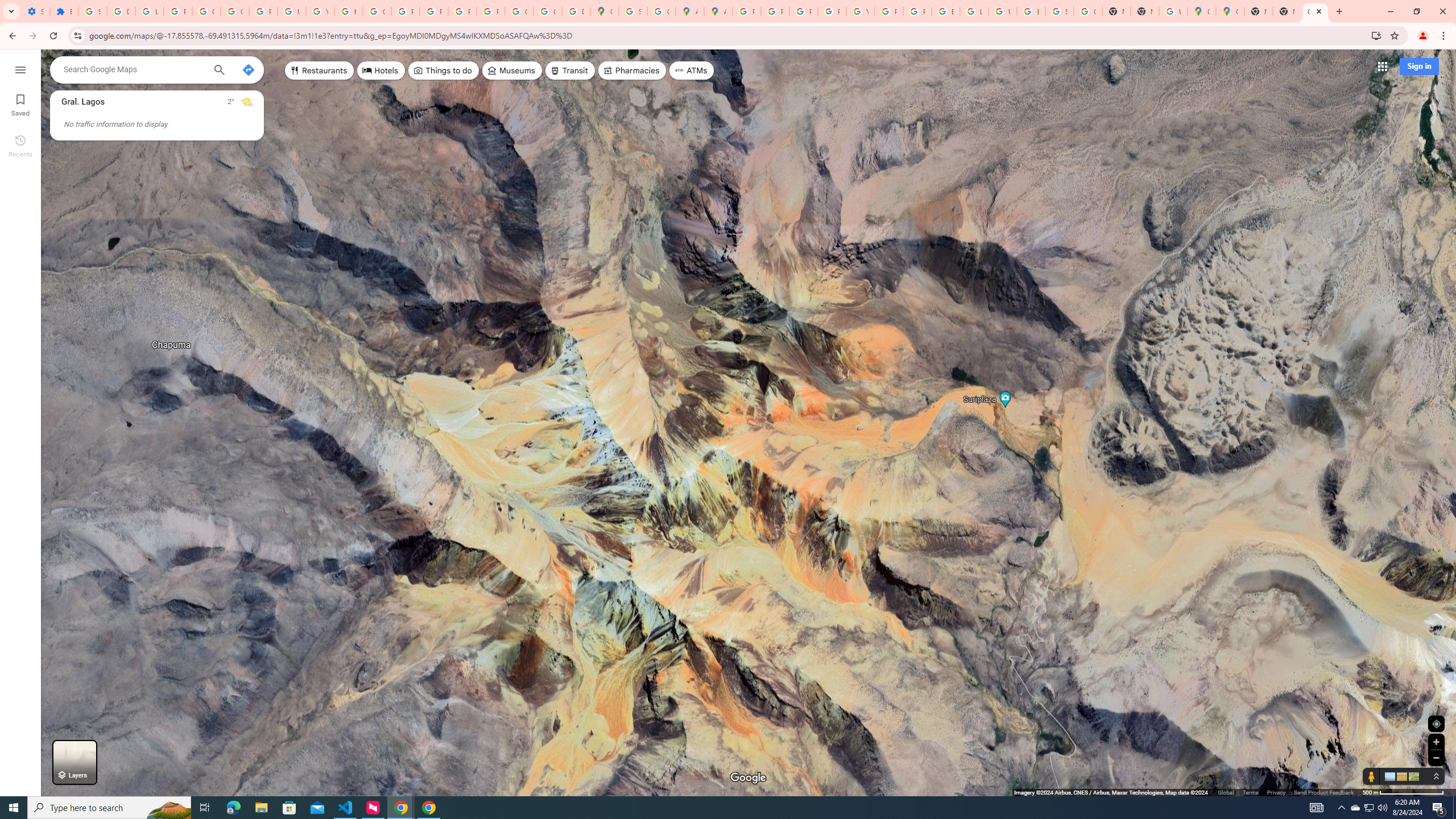 The width and height of the screenshot is (1456, 819). Describe the element at coordinates (442, 69) in the screenshot. I see `'Things to do'` at that location.